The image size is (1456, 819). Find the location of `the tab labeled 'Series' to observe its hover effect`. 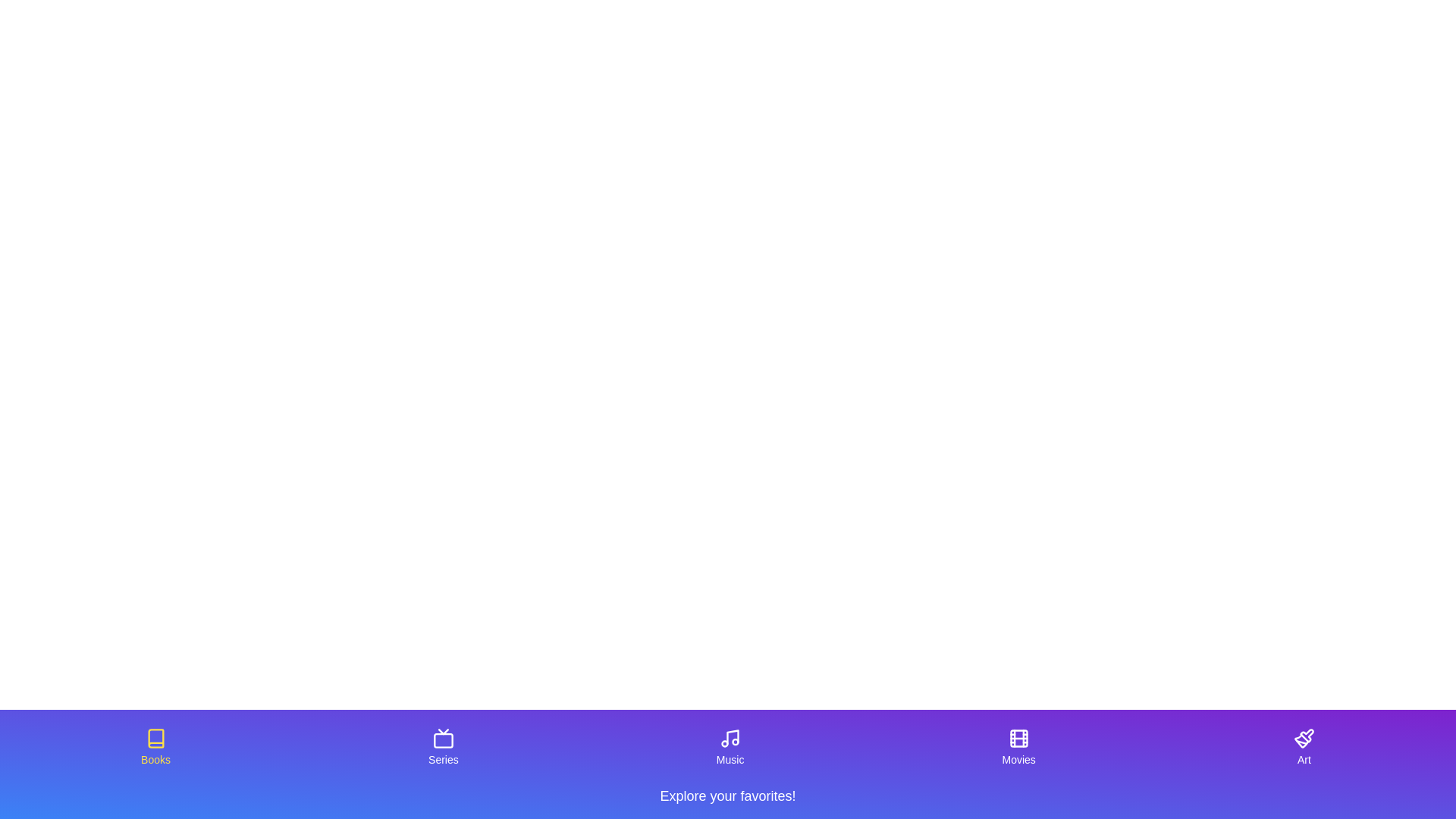

the tab labeled 'Series' to observe its hover effect is located at coordinates (442, 747).